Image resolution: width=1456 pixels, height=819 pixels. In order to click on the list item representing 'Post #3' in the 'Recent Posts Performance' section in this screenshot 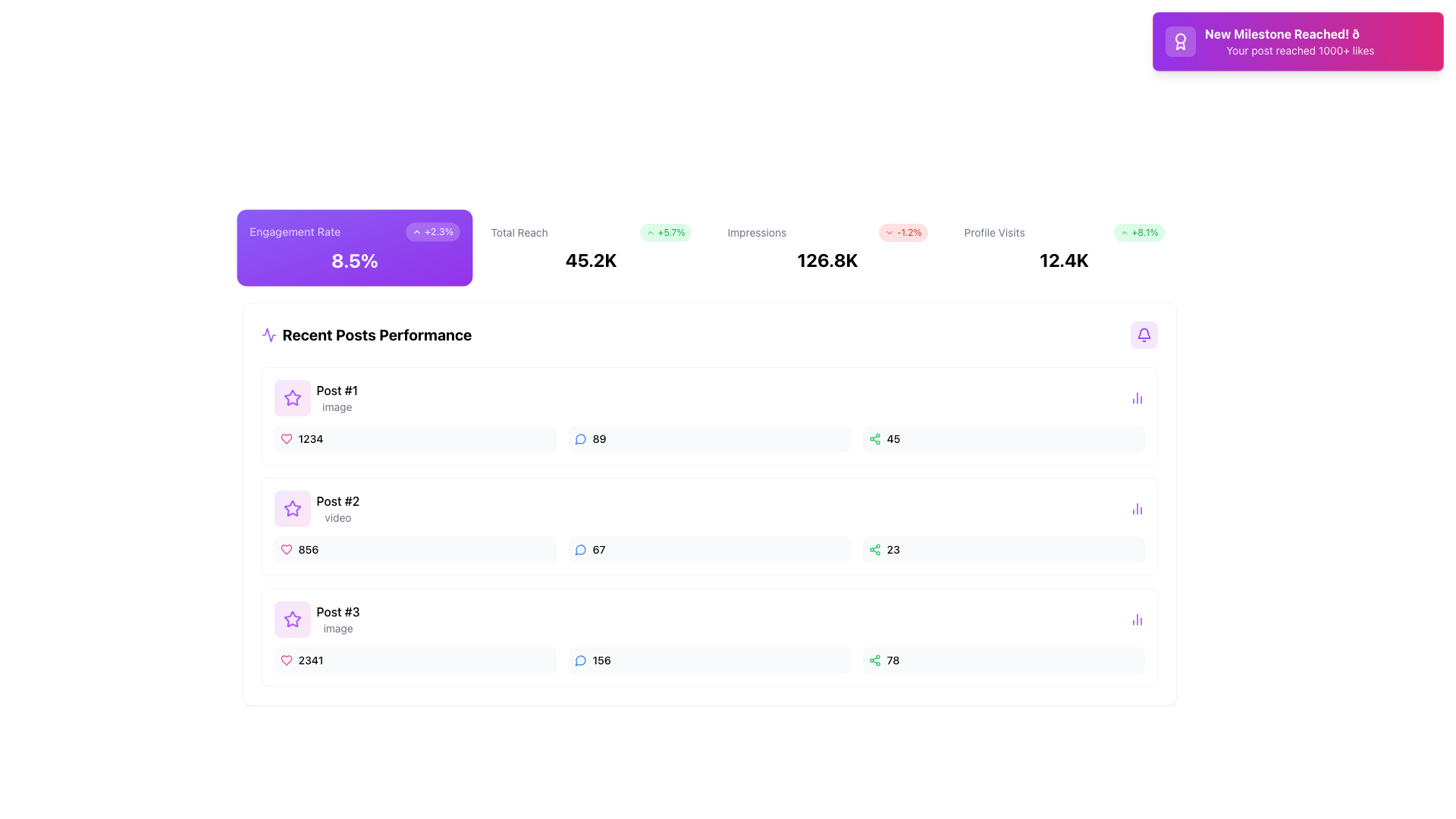, I will do `click(315, 620)`.